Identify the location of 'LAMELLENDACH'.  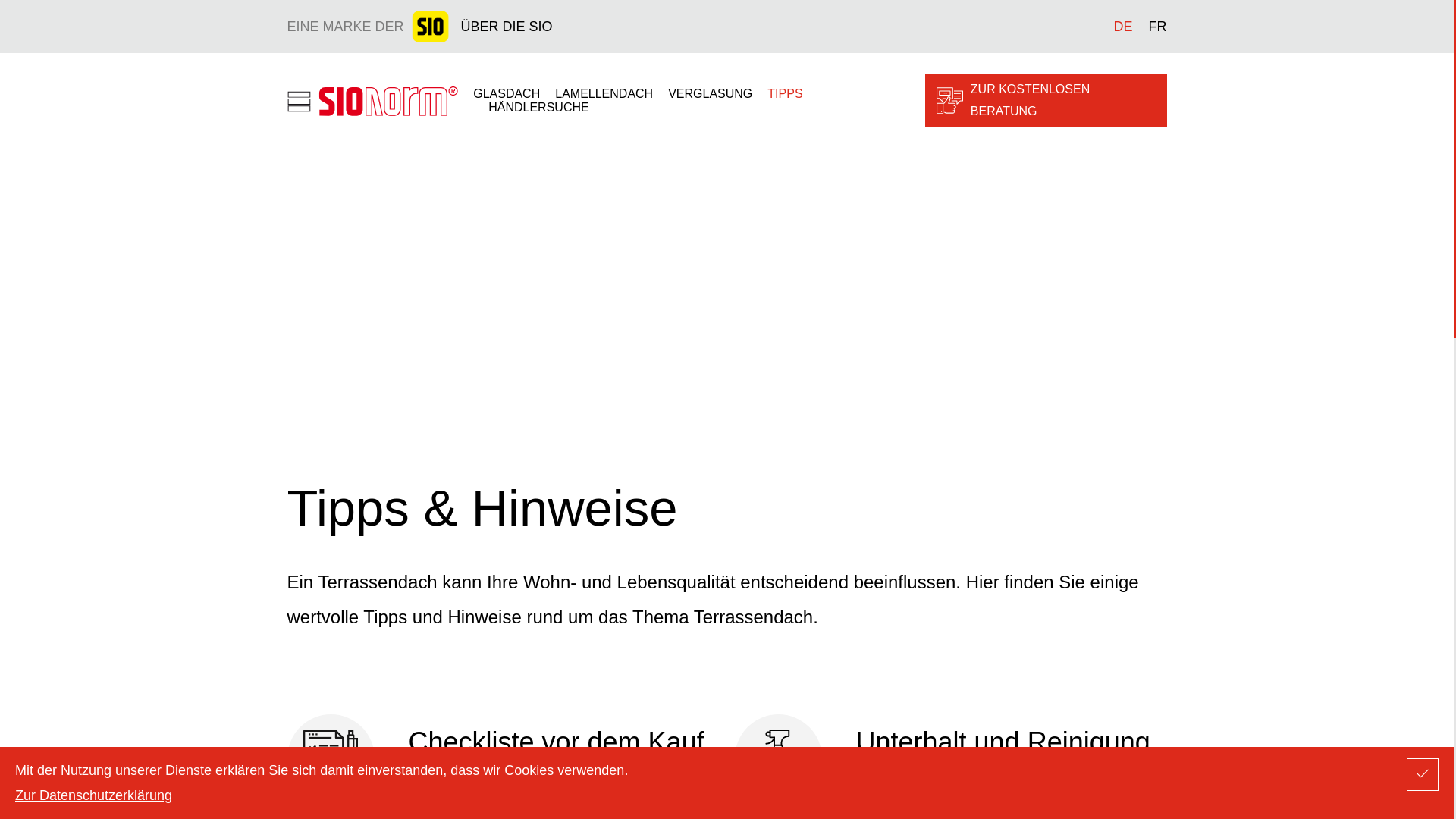
(603, 93).